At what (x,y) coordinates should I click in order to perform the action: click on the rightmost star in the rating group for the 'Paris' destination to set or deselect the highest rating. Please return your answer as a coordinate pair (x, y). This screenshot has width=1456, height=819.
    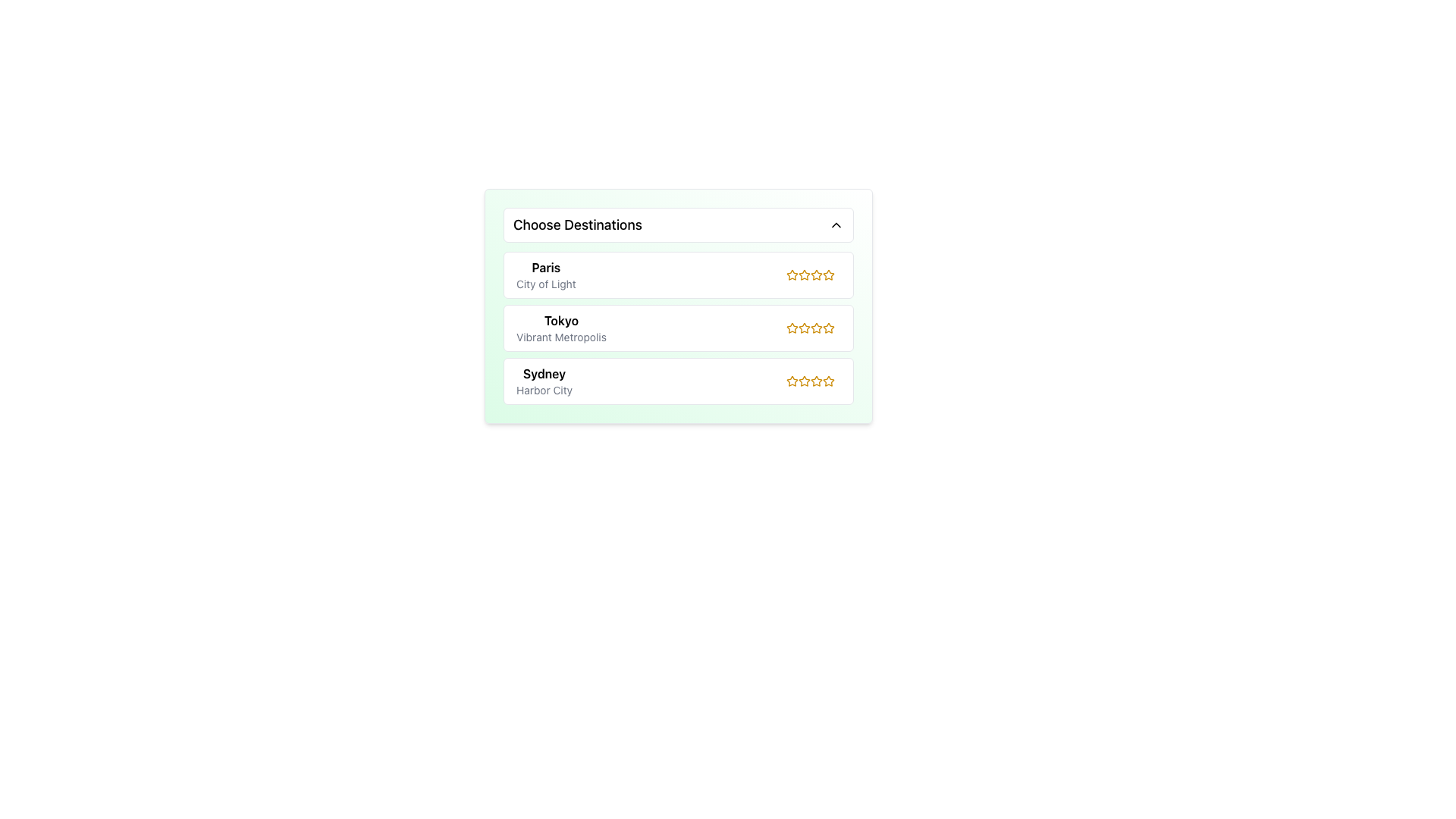
    Looking at the image, I should click on (828, 275).